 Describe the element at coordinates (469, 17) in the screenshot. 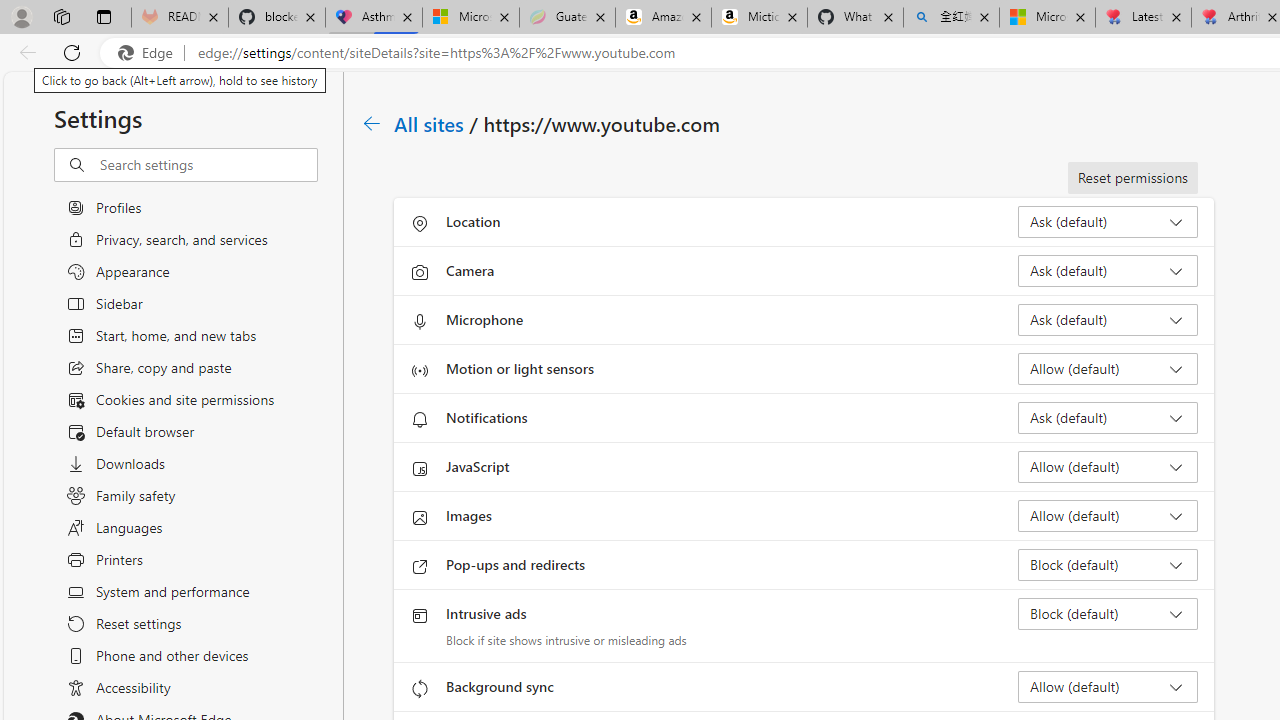

I see `'Microsoft-Report a Concern to Bing'` at that location.